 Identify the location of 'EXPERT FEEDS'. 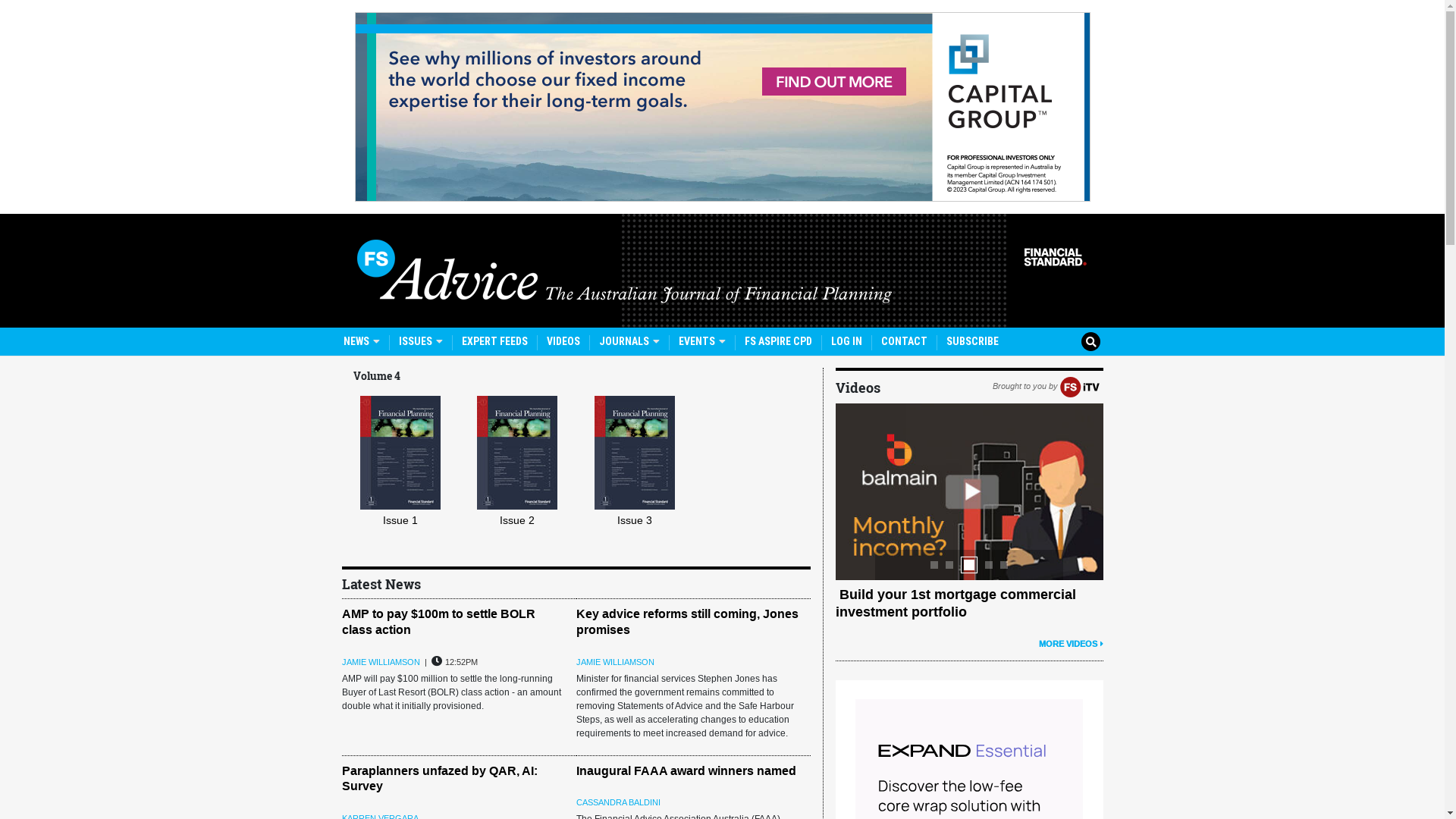
(460, 341).